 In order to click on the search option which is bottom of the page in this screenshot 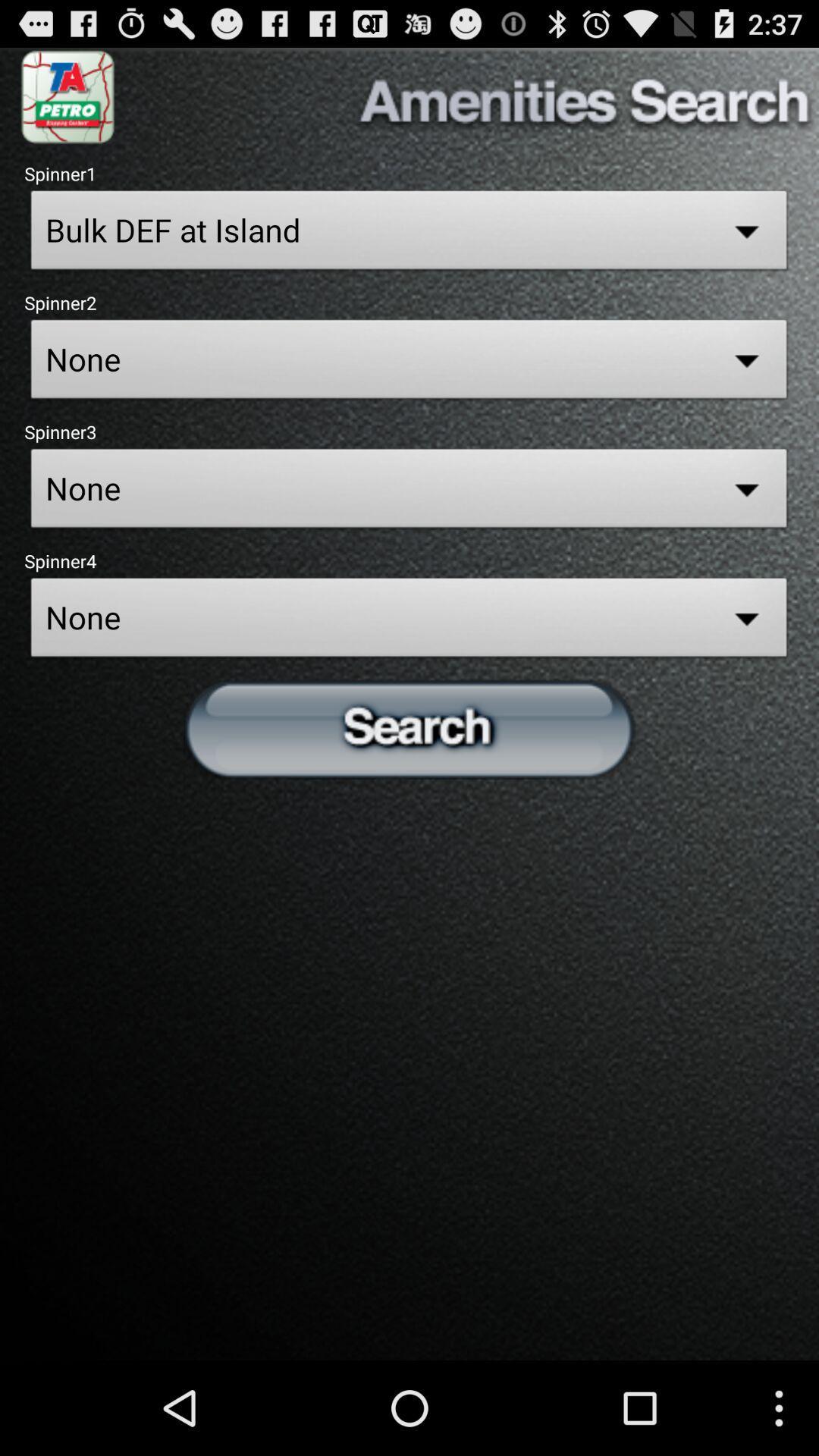, I will do `click(409, 728)`.